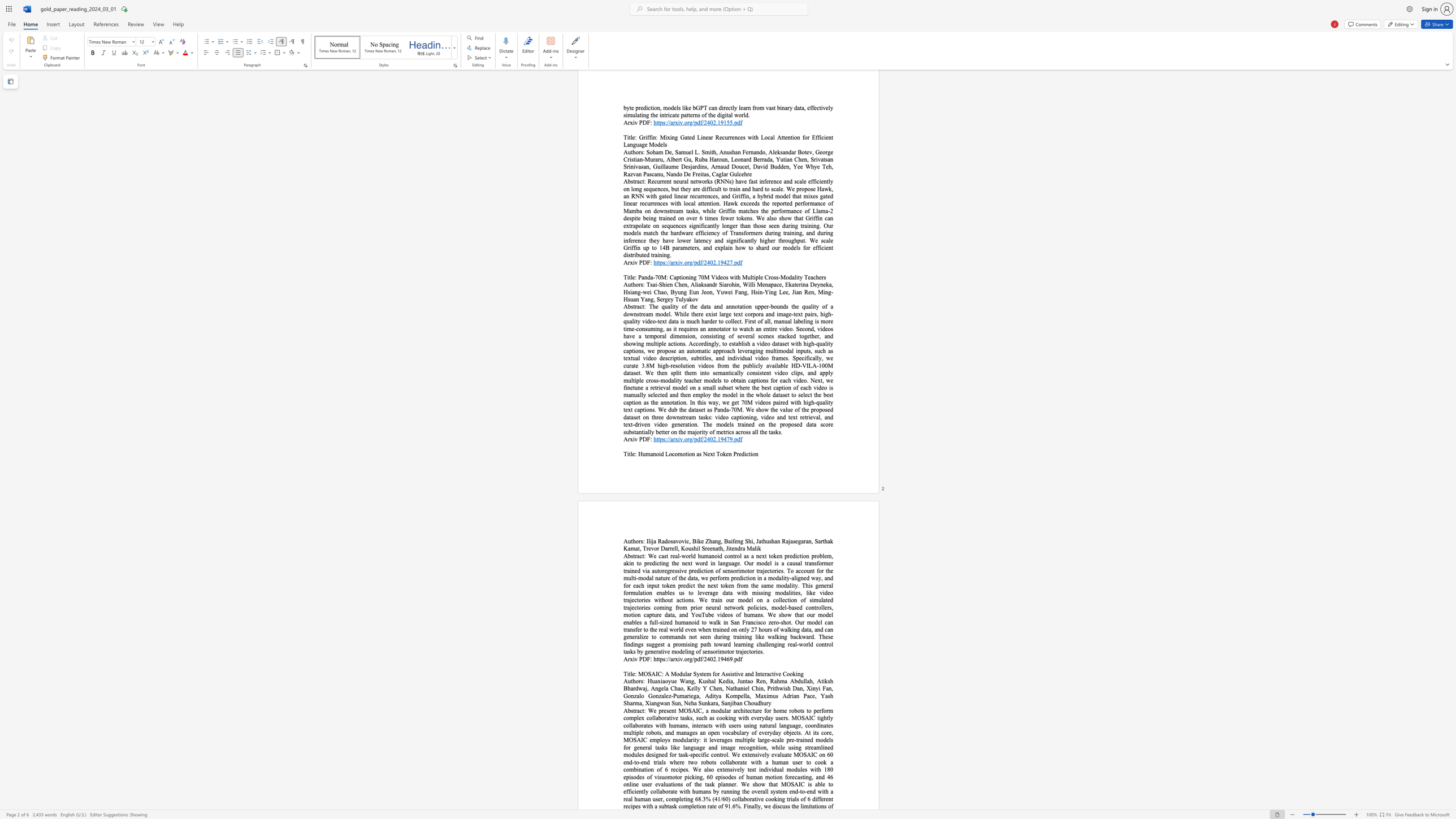 The height and width of the screenshot is (819, 1456). I want to click on the subset text "ensively test individual modules with 180 episodes of visuomotor picking, 60 episodes of human motion forecasting, and 46 online user evaluations of the task planner. We show tha" within the text "We present MOSAIC, a modular architecture for home robots to perform complex collaborative tasks, such as cooking with everyday users. MOSAIC tightly collaborates with humans, interacts with users using natural language, coordinates multiple robots, and manages an open vocabulary of everyday objects. At its core, MOSAIC employs modularity: it leverages multiple large-scale pre-trained models for general tasks like language and image recognition, while using streamlined modules designed for task-specific control. We extensively evaluate MOSAIC on 60 end-to-end trials where two robots collaborate with a human user to cook a combination of 6 recipes. We also extensively test individual modules with 180 episodes of visuomotor picking, 60 episodes of human motion forecasting, and 46 online user evaluations of the task planner. We show that MOSAIC is able to efficiently collaborate with humans by running the overall system end-to-end with a real human user, completing 68.3% (41/60) collaborative cooking trials of 6 different recipes with a subtask completion rate", so click(723, 769).